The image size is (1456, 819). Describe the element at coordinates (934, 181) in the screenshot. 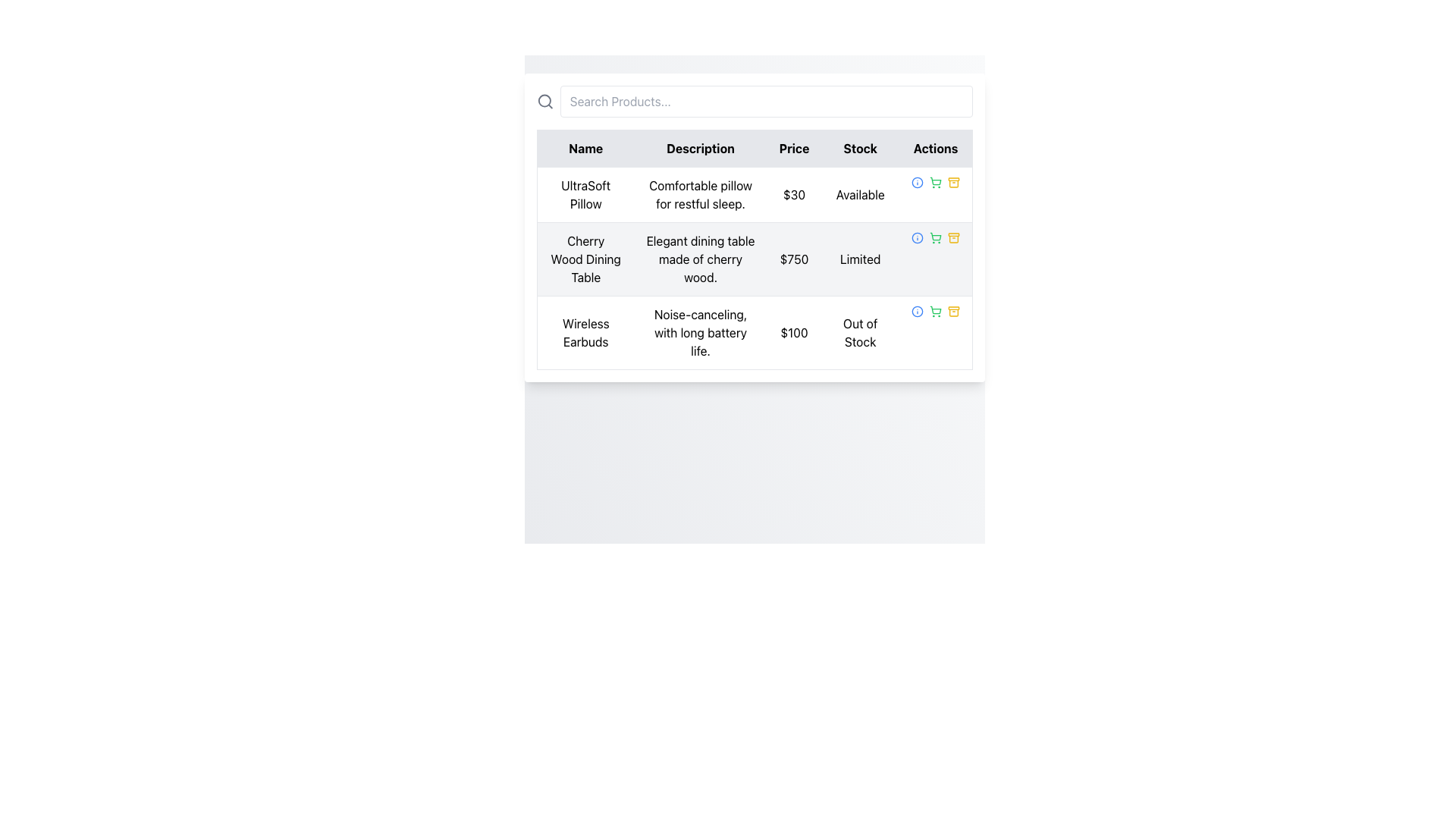

I see `the green shopping cart icon, which is the third action icon in the product table's row, to scale the icon` at that location.